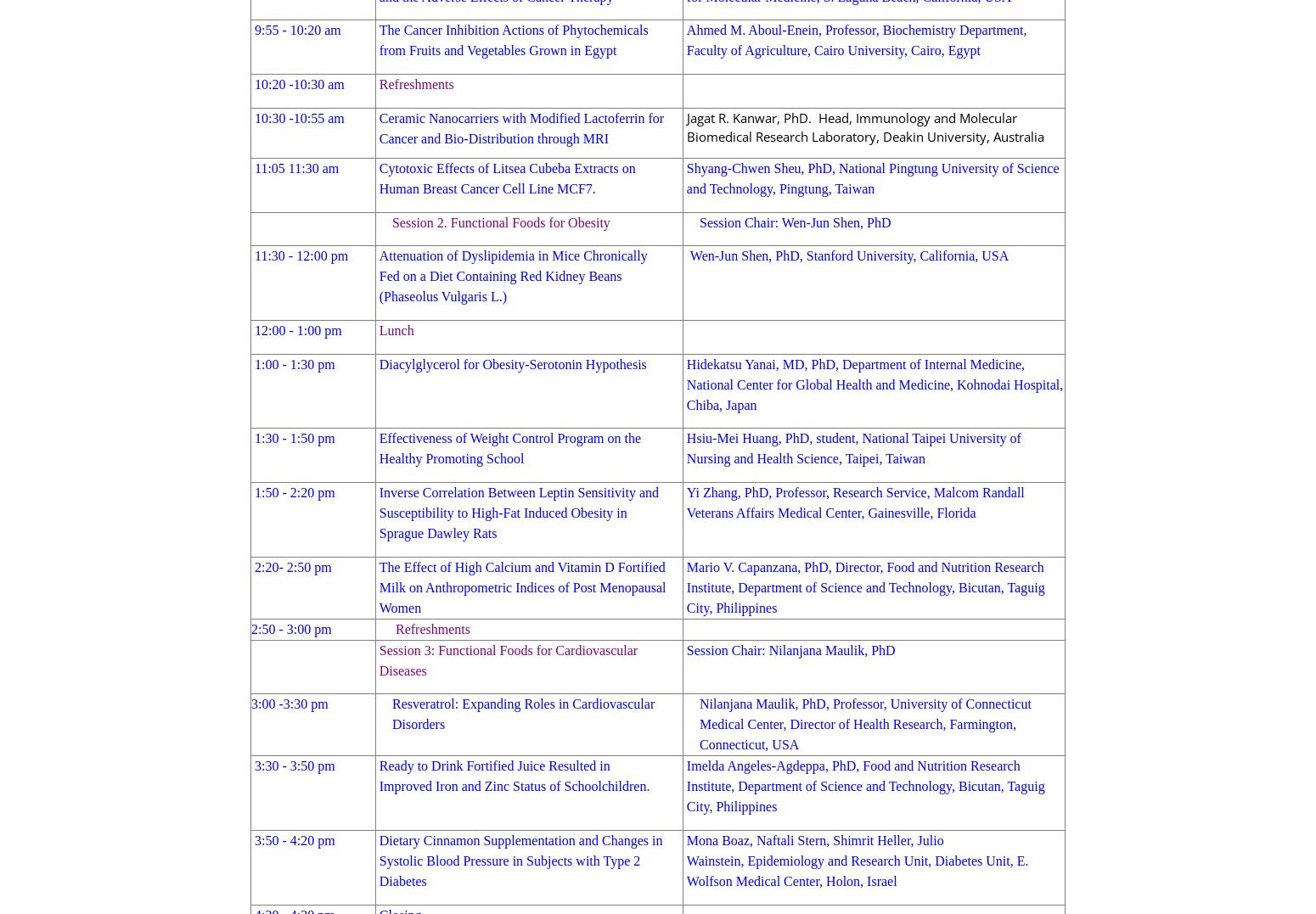 The width and height of the screenshot is (1316, 914). What do you see at coordinates (854, 502) in the screenshot?
I see `'Yi Zhang, PhD, Professor, Research Service, Malcom Randall Veterans Affairs Medical Center, Gainesville, Florida'` at bounding box center [854, 502].